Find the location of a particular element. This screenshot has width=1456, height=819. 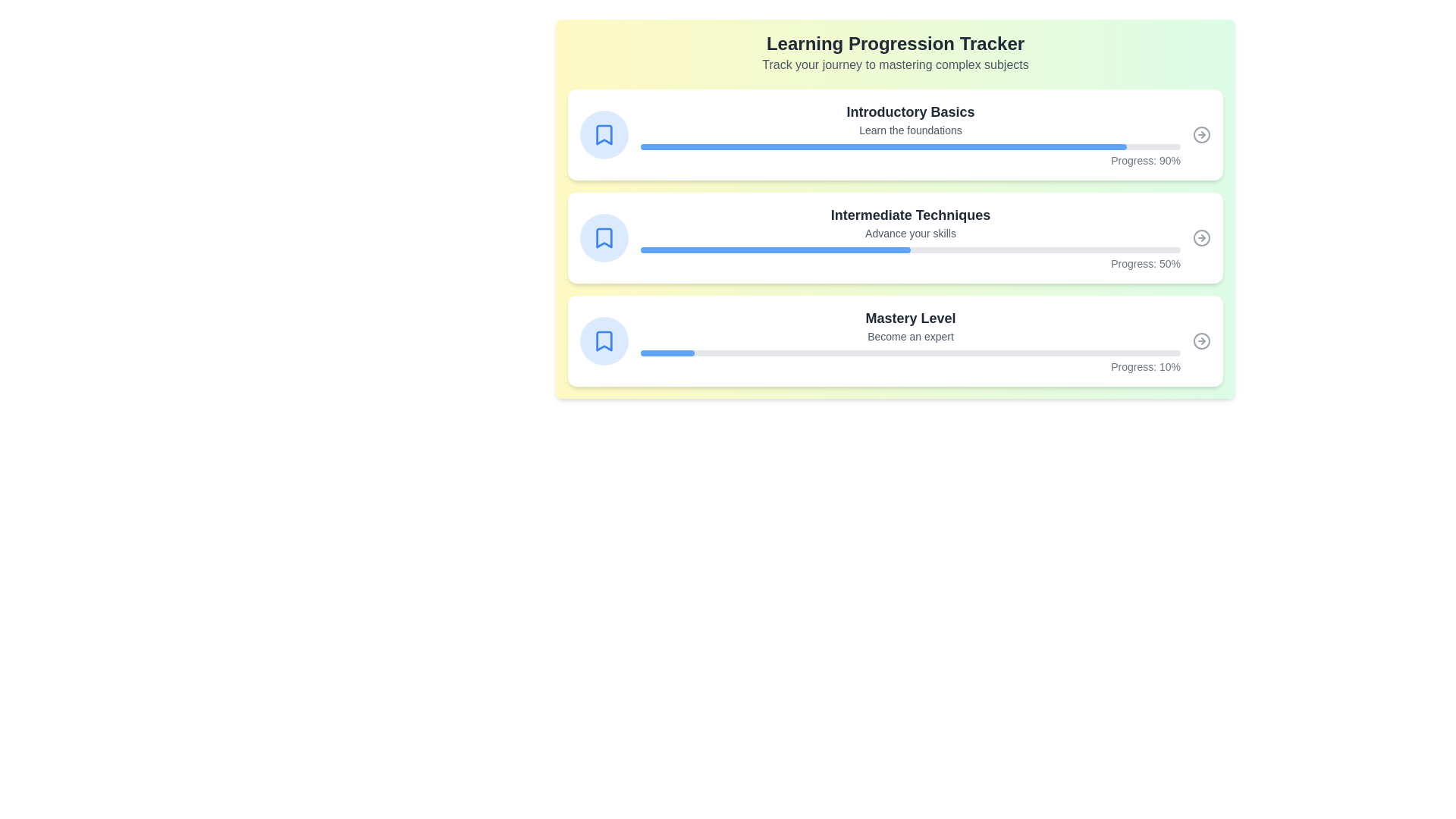

the IconButton representing the bookmark action for the 'Introductory Basics' item is located at coordinates (603, 133).